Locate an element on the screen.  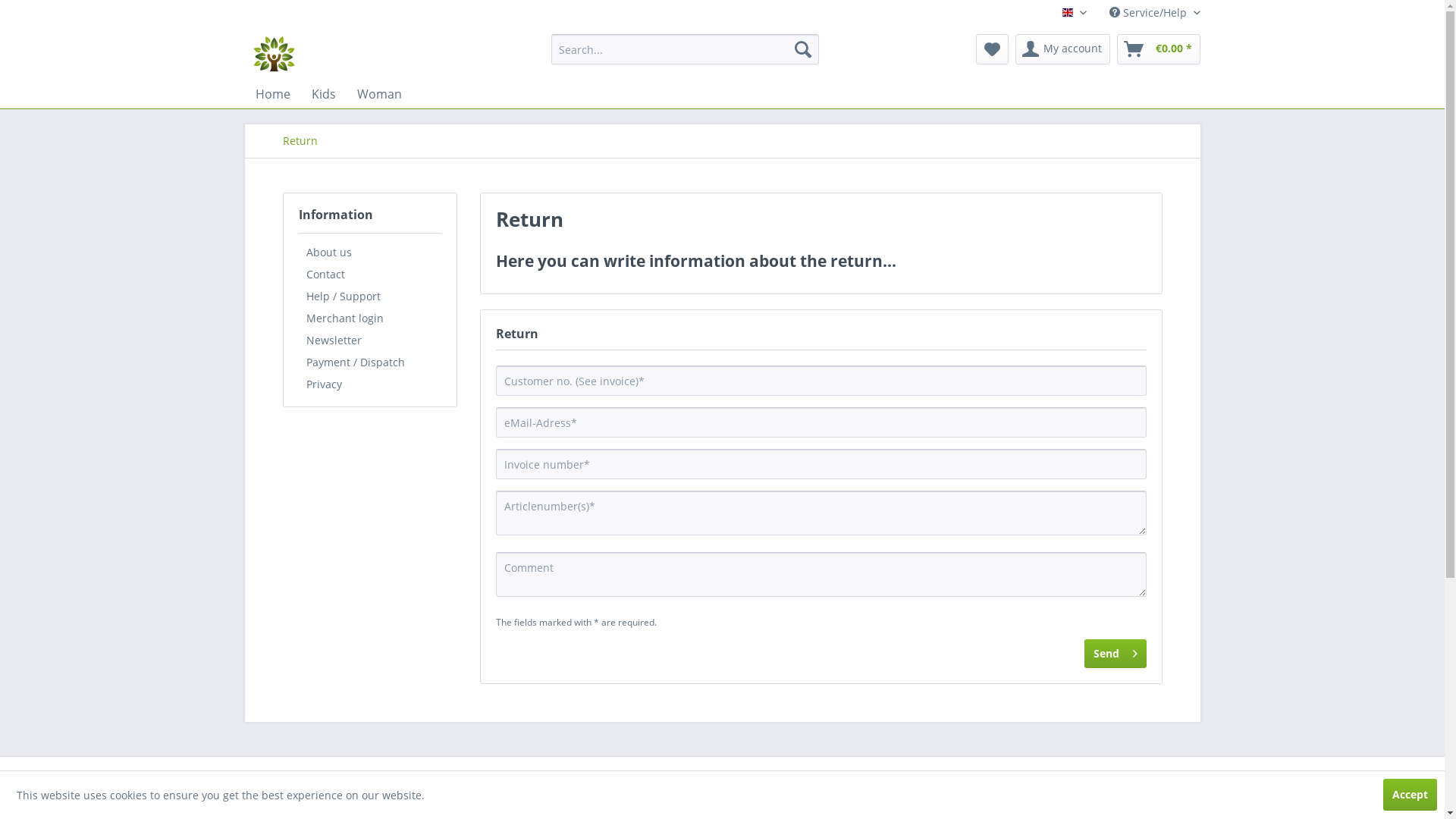
'Privacy' is located at coordinates (298, 383).